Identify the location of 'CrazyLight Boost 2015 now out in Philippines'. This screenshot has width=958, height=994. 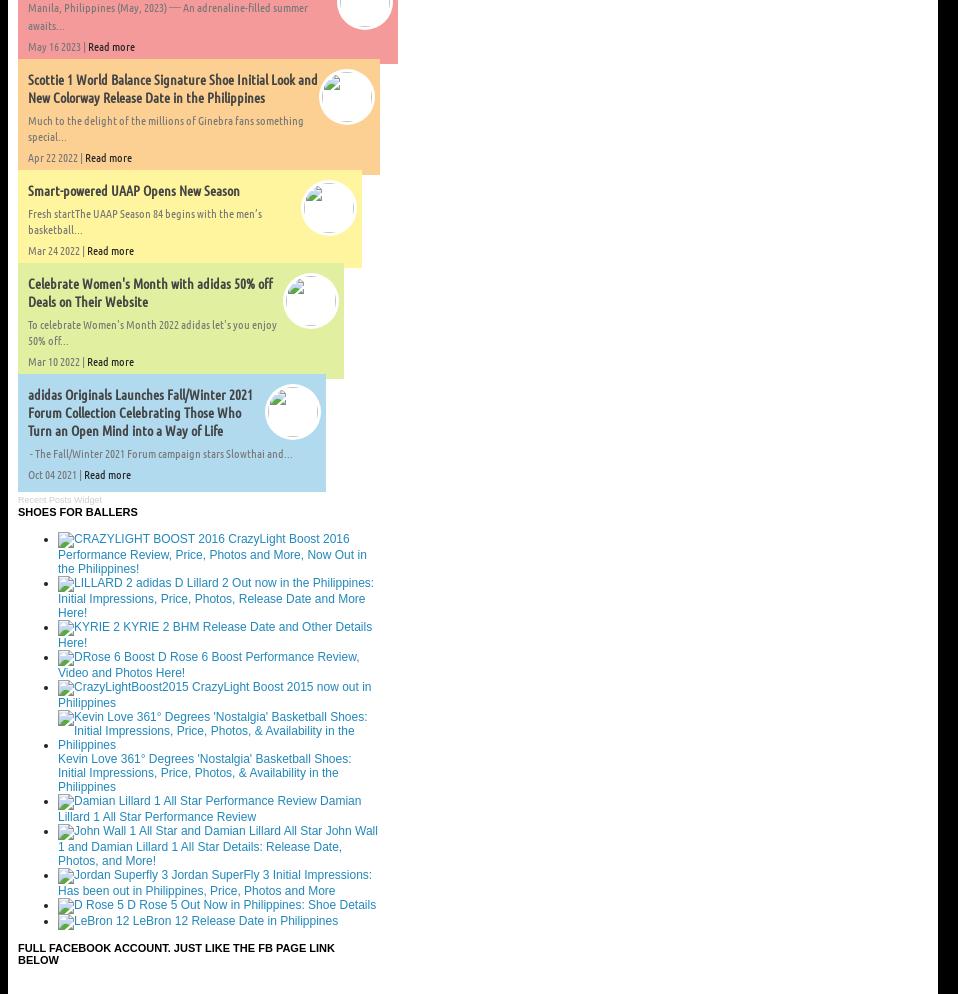
(213, 694).